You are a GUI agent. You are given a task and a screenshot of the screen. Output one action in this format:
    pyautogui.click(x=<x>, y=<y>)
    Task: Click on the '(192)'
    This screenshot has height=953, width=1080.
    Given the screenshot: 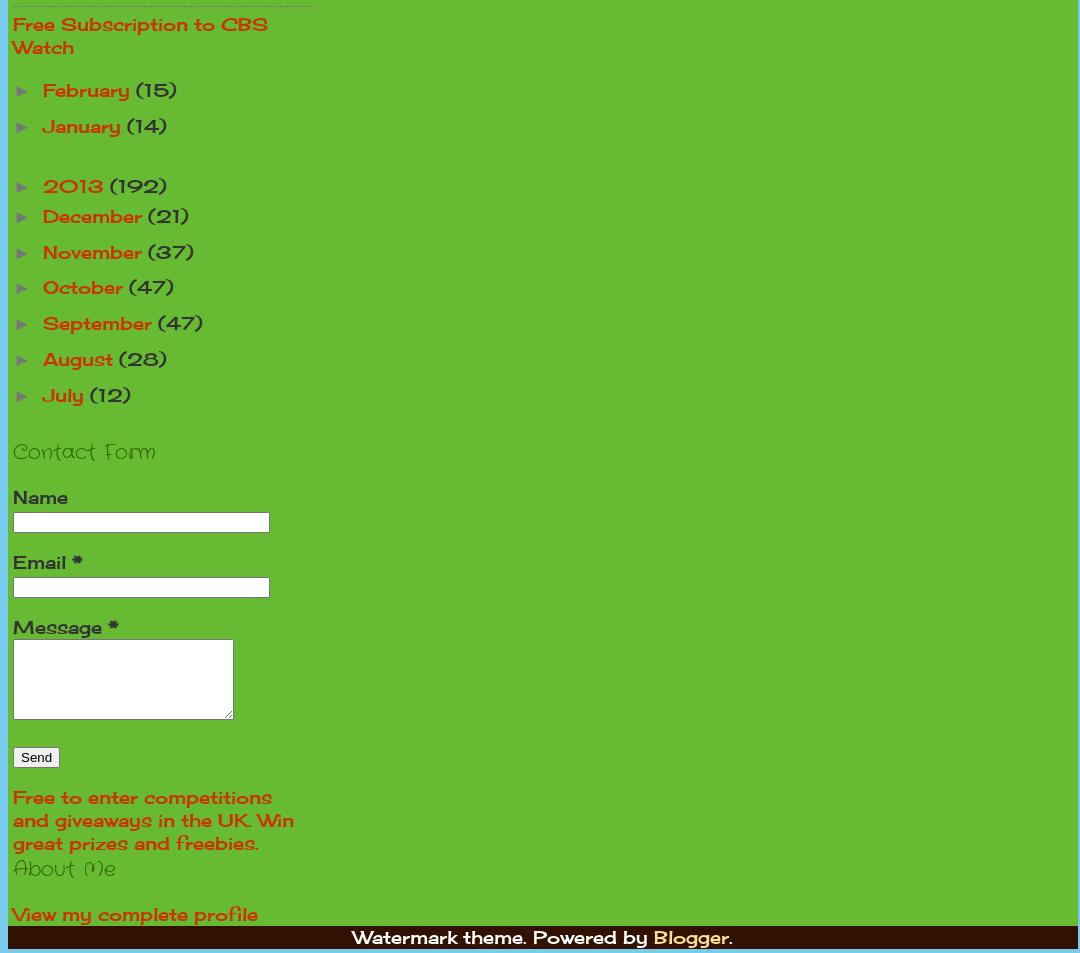 What is the action you would take?
    pyautogui.click(x=137, y=185)
    